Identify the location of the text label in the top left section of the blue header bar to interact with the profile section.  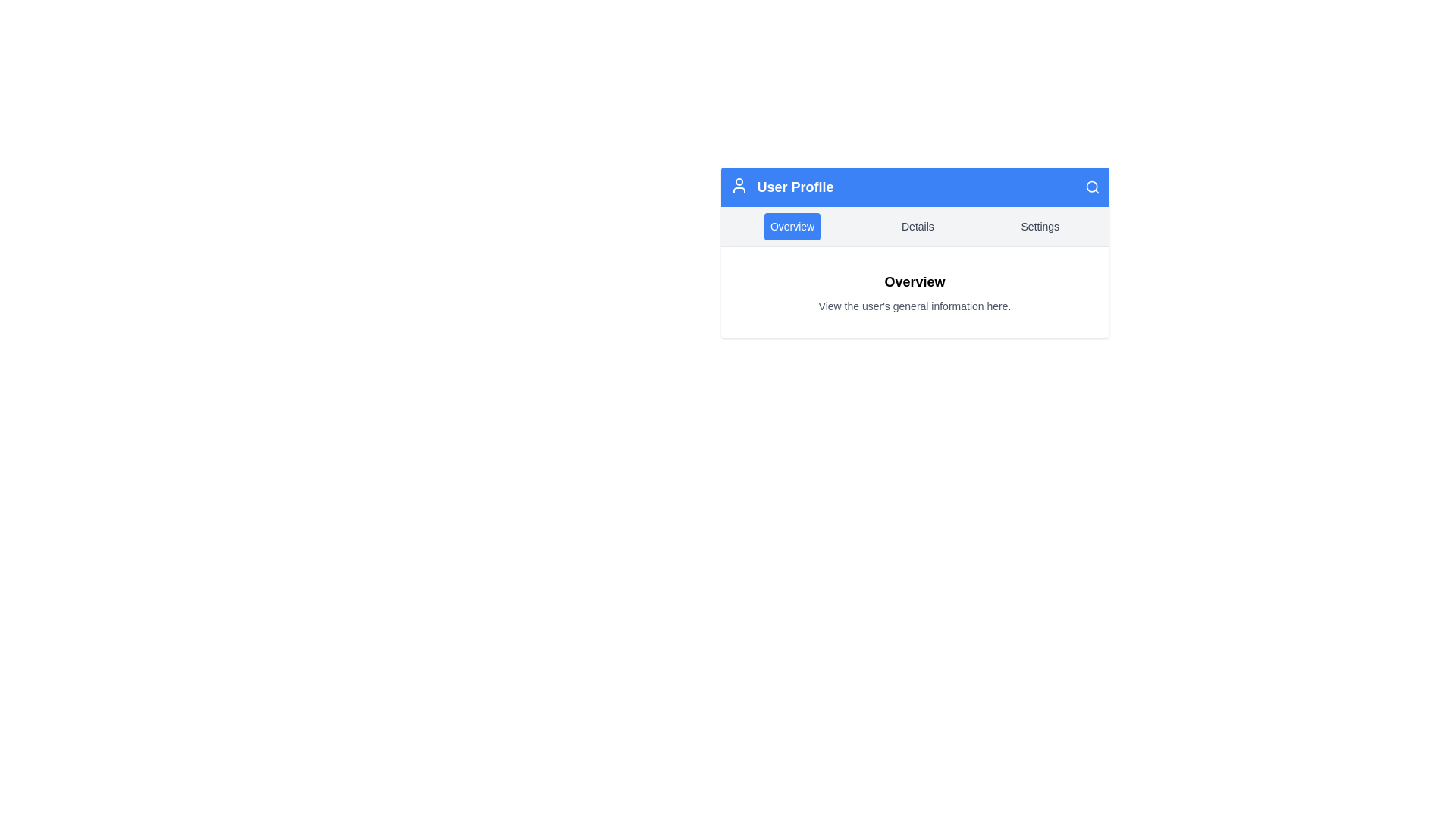
(782, 186).